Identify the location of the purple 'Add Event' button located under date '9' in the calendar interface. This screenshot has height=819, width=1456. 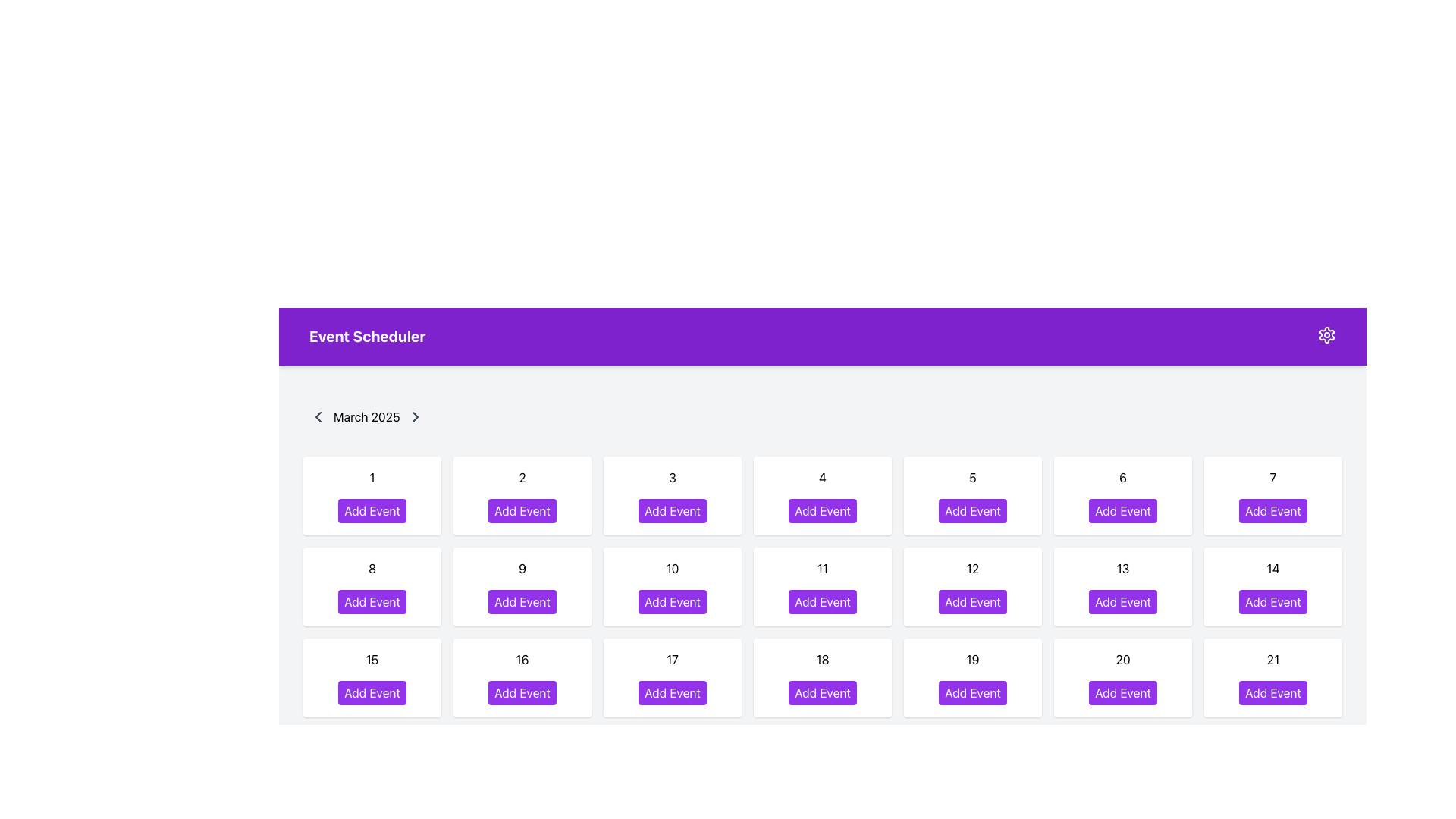
(522, 601).